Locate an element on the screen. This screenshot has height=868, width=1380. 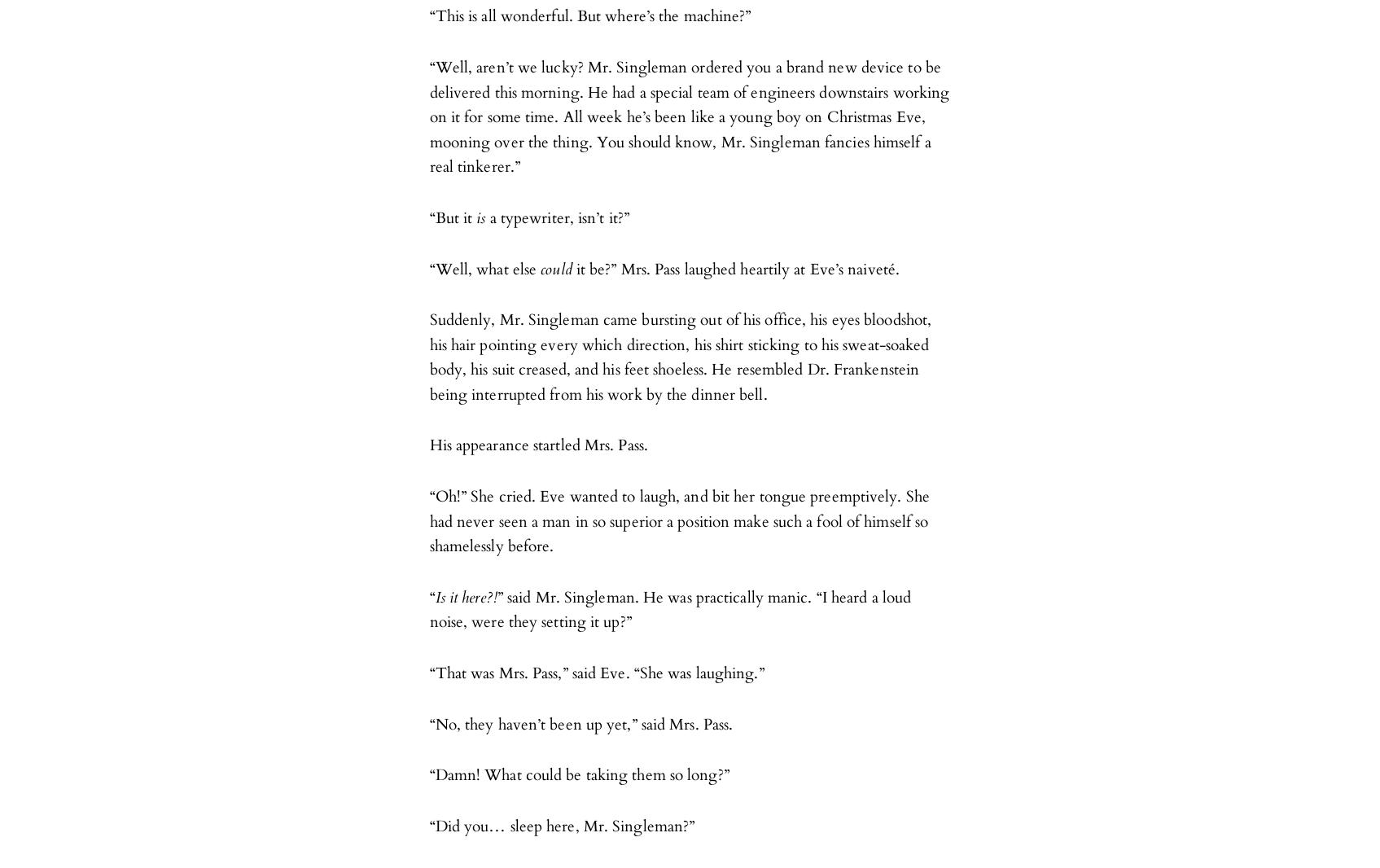
'“Damn! What could be taking them so long?”' is located at coordinates (579, 775).